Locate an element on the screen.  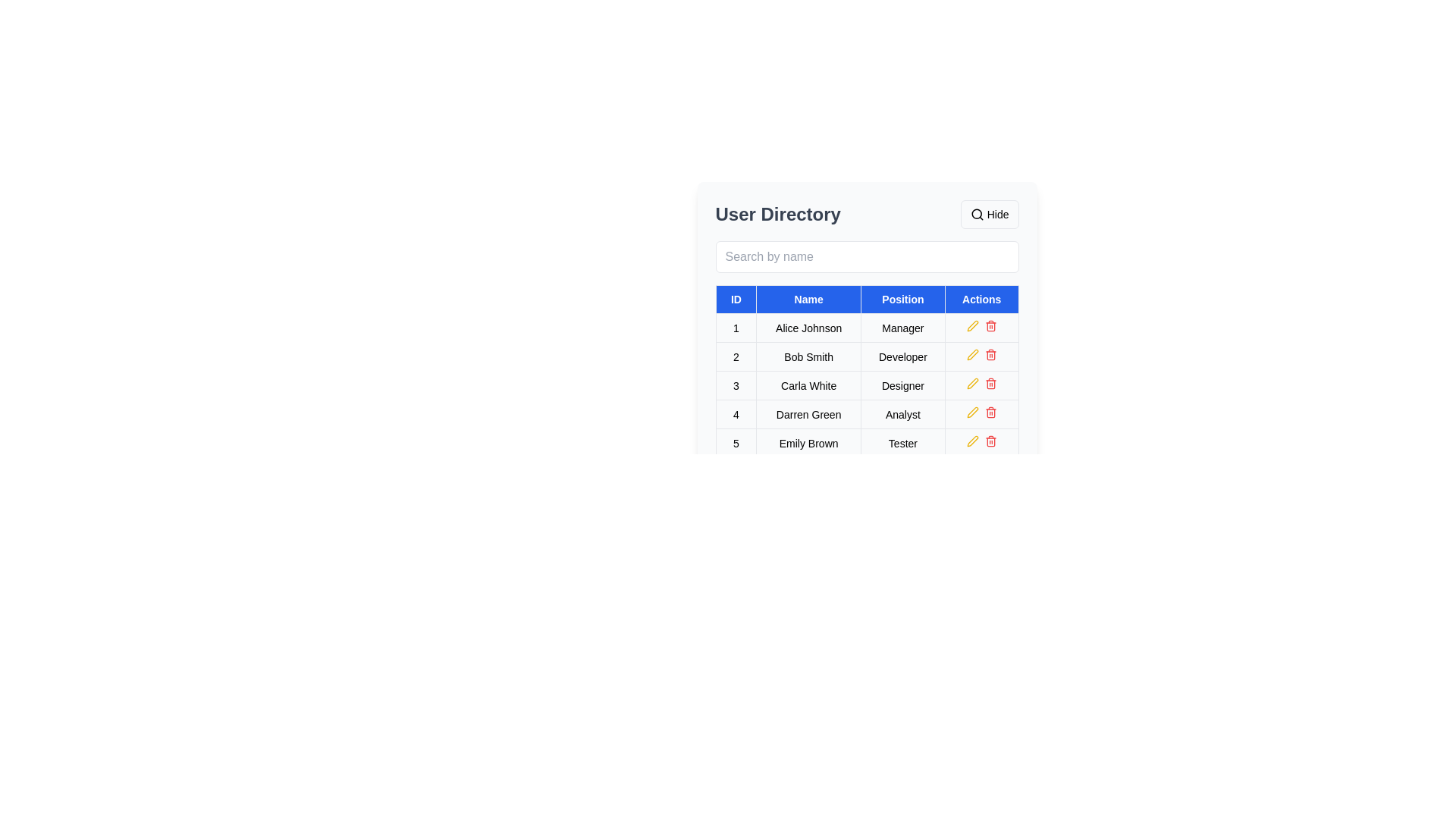
the trash bin icon button located in the last cell of the 'Actions' column in the 'User Directory' table to initiate the delete action is located at coordinates (981, 443).